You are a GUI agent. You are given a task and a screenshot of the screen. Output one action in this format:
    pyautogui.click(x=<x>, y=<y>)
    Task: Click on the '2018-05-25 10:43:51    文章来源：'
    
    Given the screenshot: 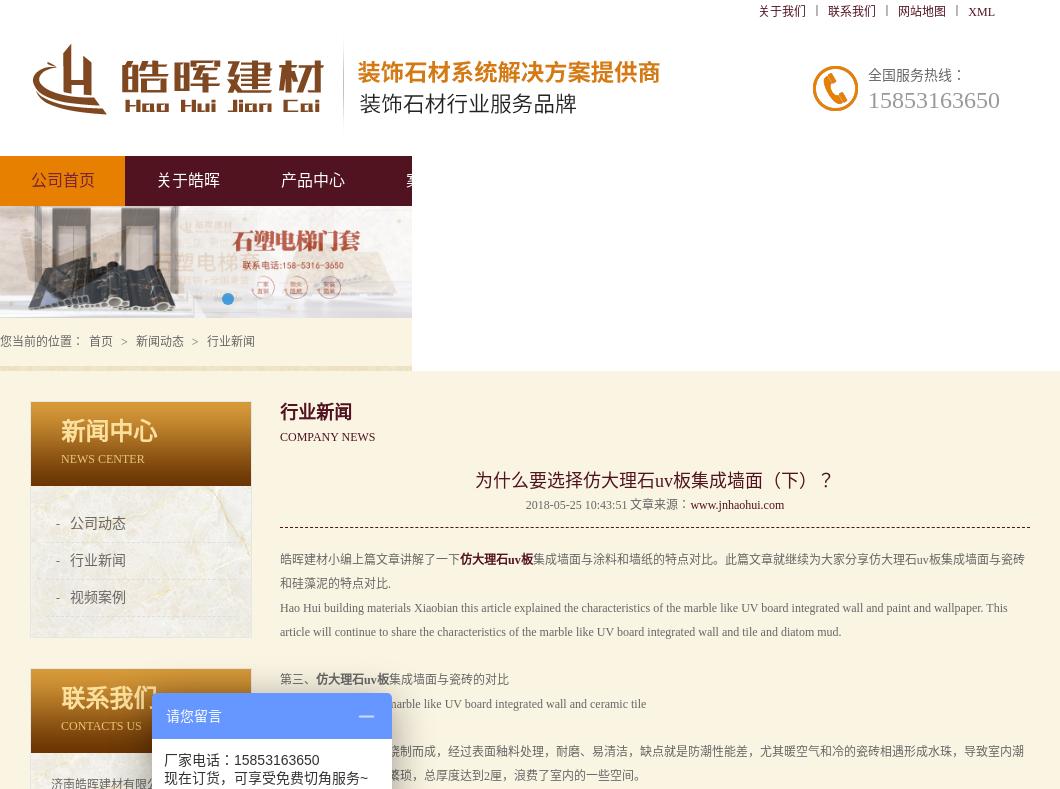 What is the action you would take?
    pyautogui.click(x=607, y=503)
    